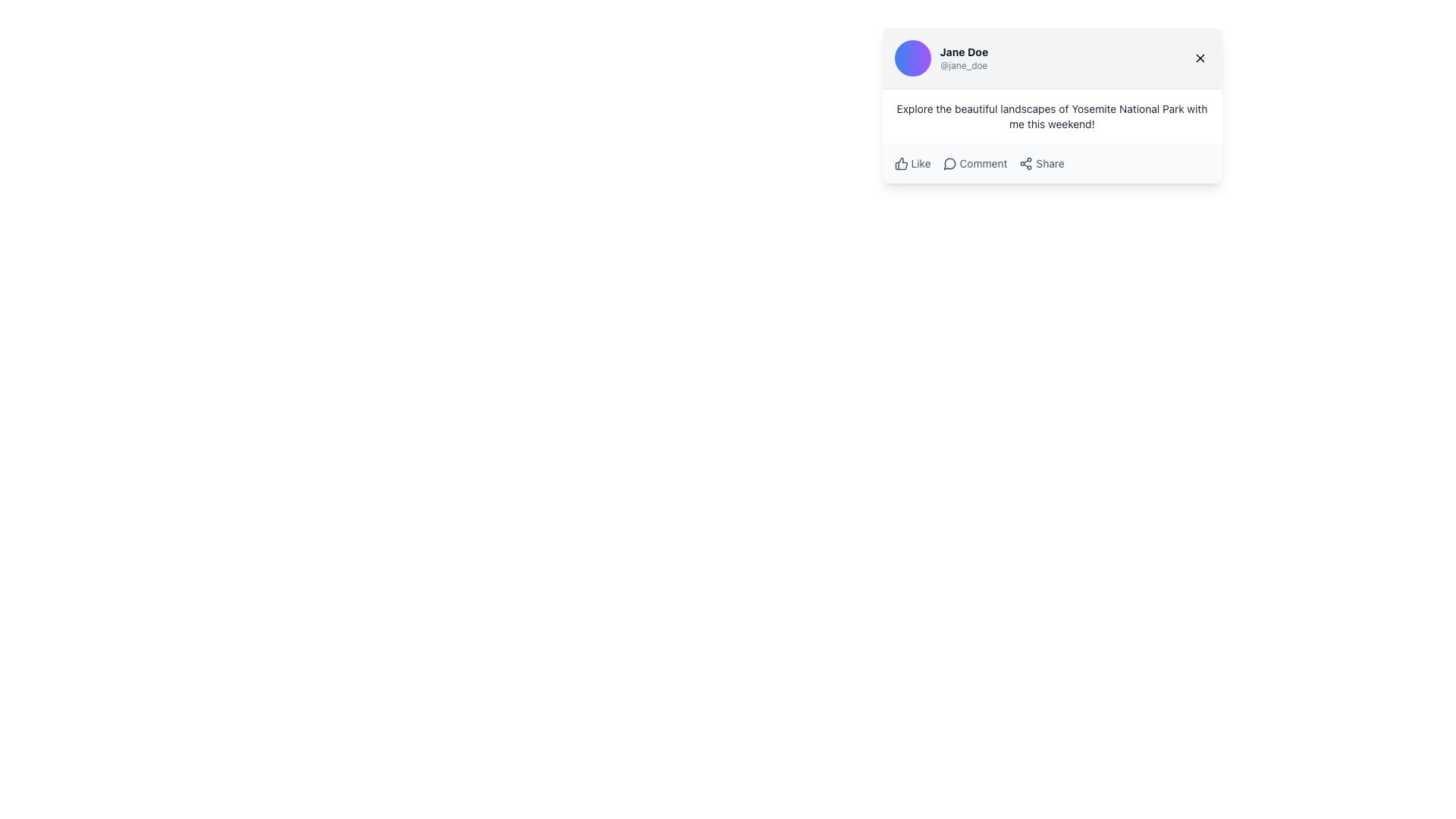 The image size is (1456, 819). What do you see at coordinates (901, 164) in the screenshot?
I see `the left-most thumbs-up icon in the group of interactive options beneath the text post` at bounding box center [901, 164].